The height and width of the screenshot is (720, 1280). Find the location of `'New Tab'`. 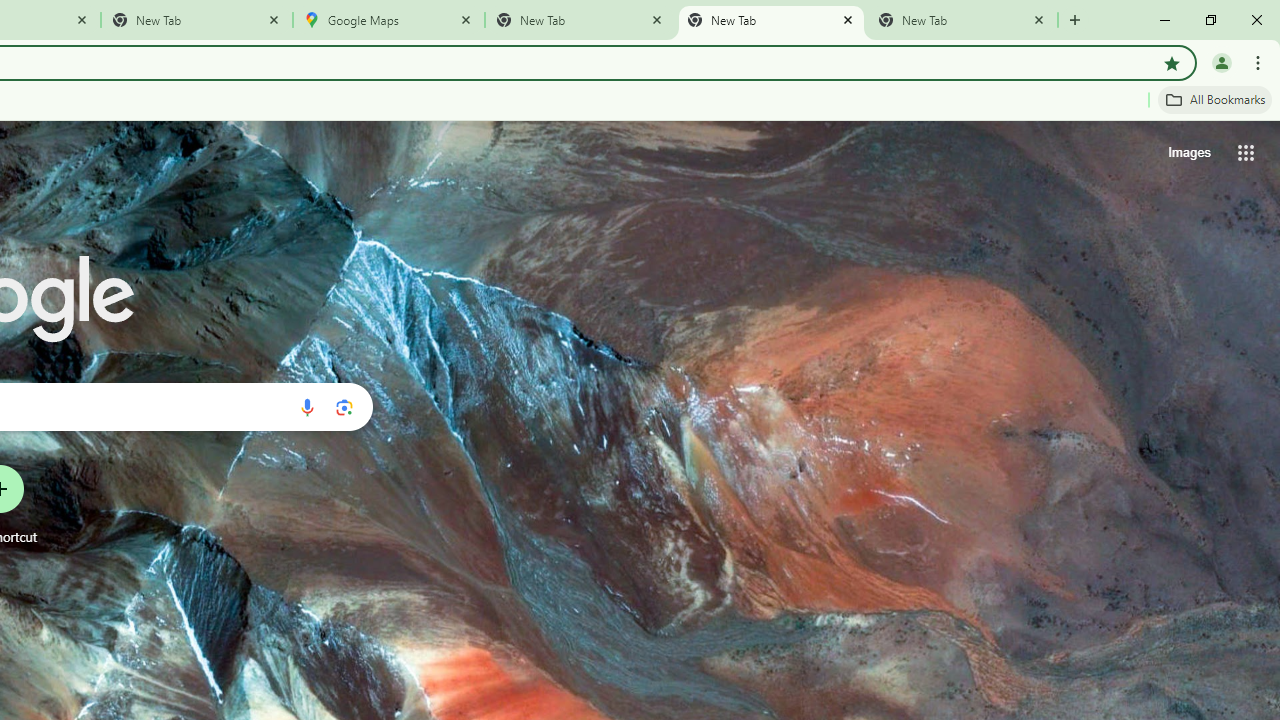

'New Tab' is located at coordinates (197, 20).